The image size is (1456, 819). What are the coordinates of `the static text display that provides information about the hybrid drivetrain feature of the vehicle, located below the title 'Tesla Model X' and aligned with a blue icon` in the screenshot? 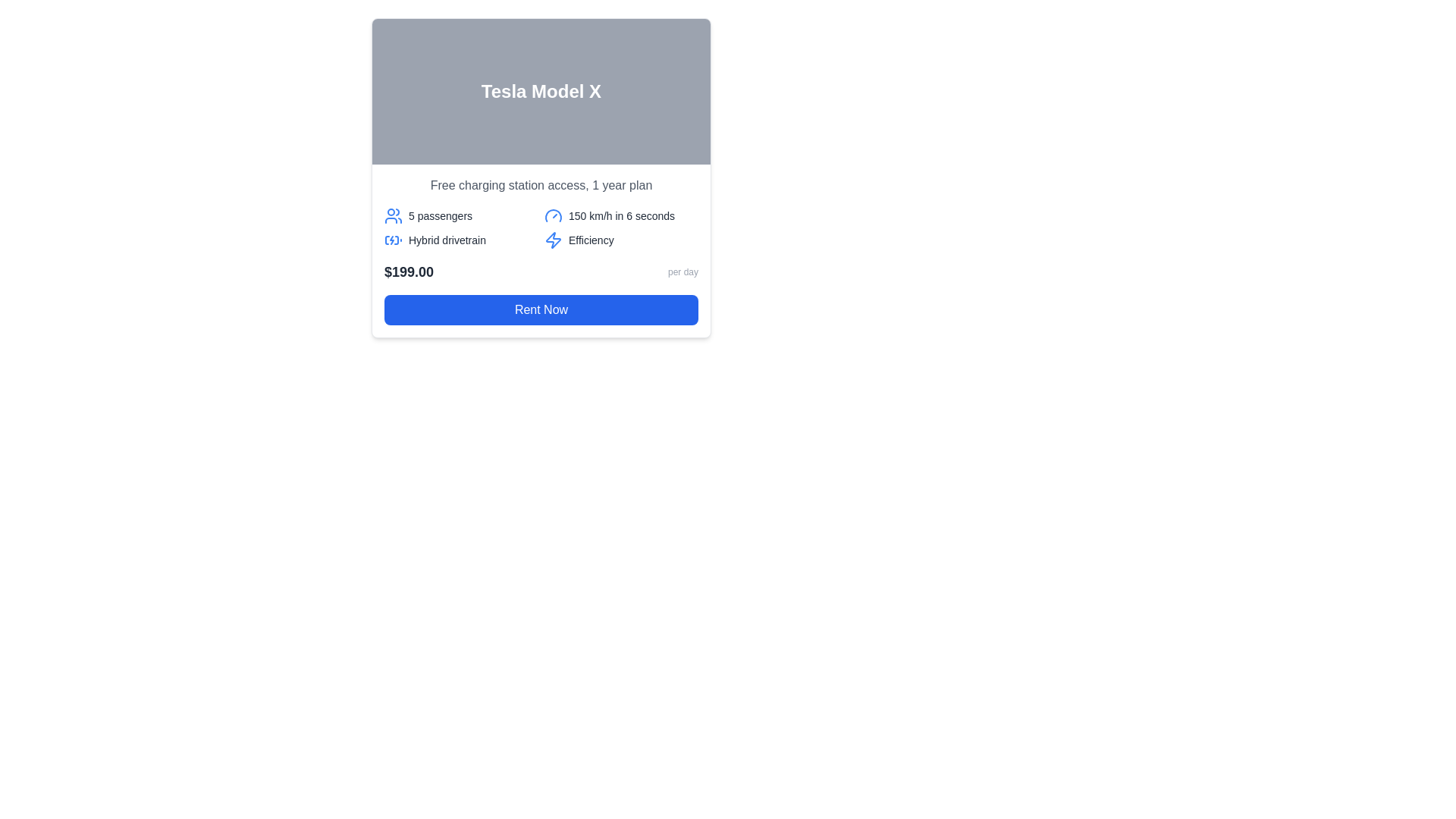 It's located at (447, 239).